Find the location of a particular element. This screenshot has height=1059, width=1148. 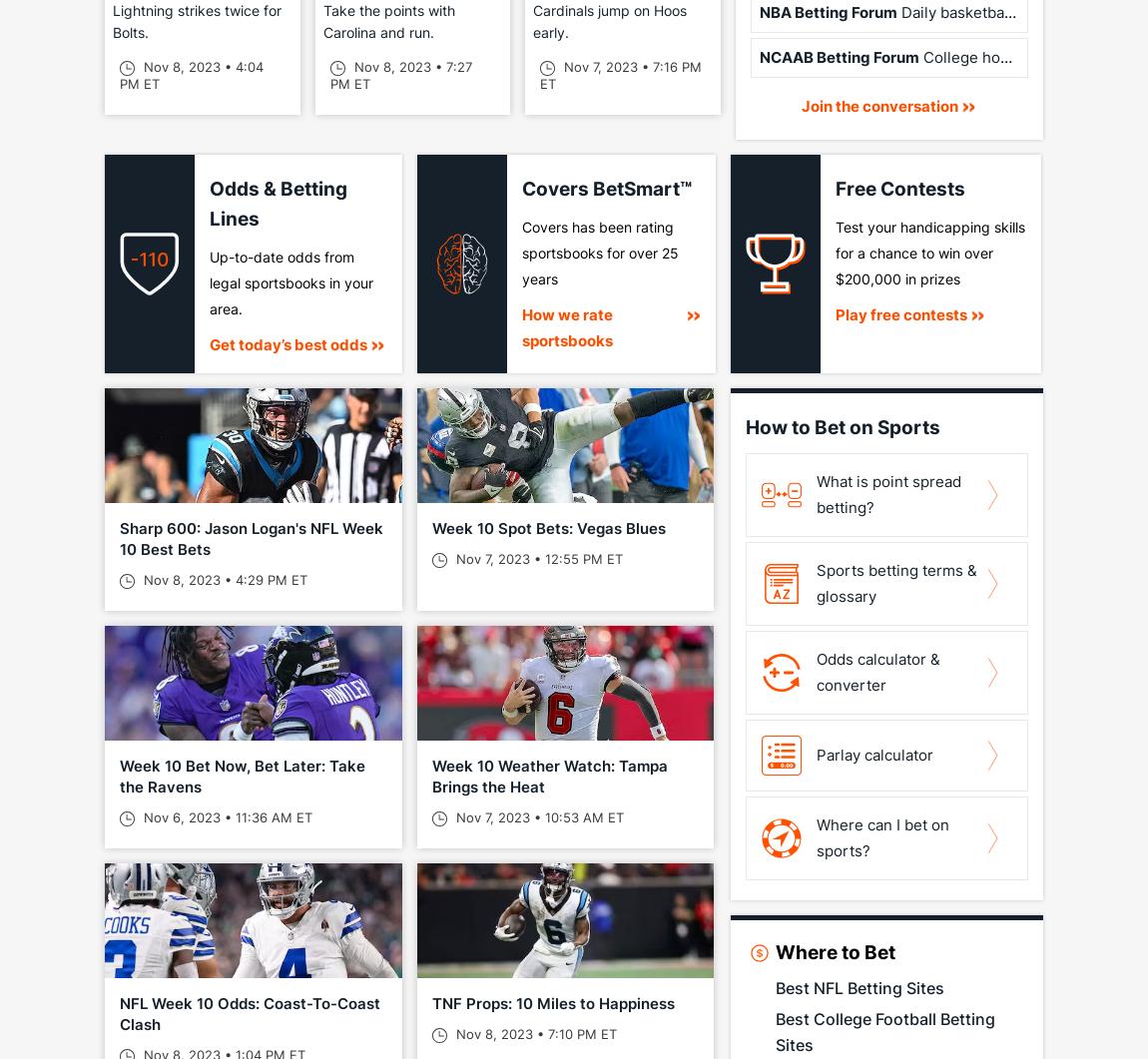

'Take the points with Carolina and run.' is located at coordinates (388, 21).